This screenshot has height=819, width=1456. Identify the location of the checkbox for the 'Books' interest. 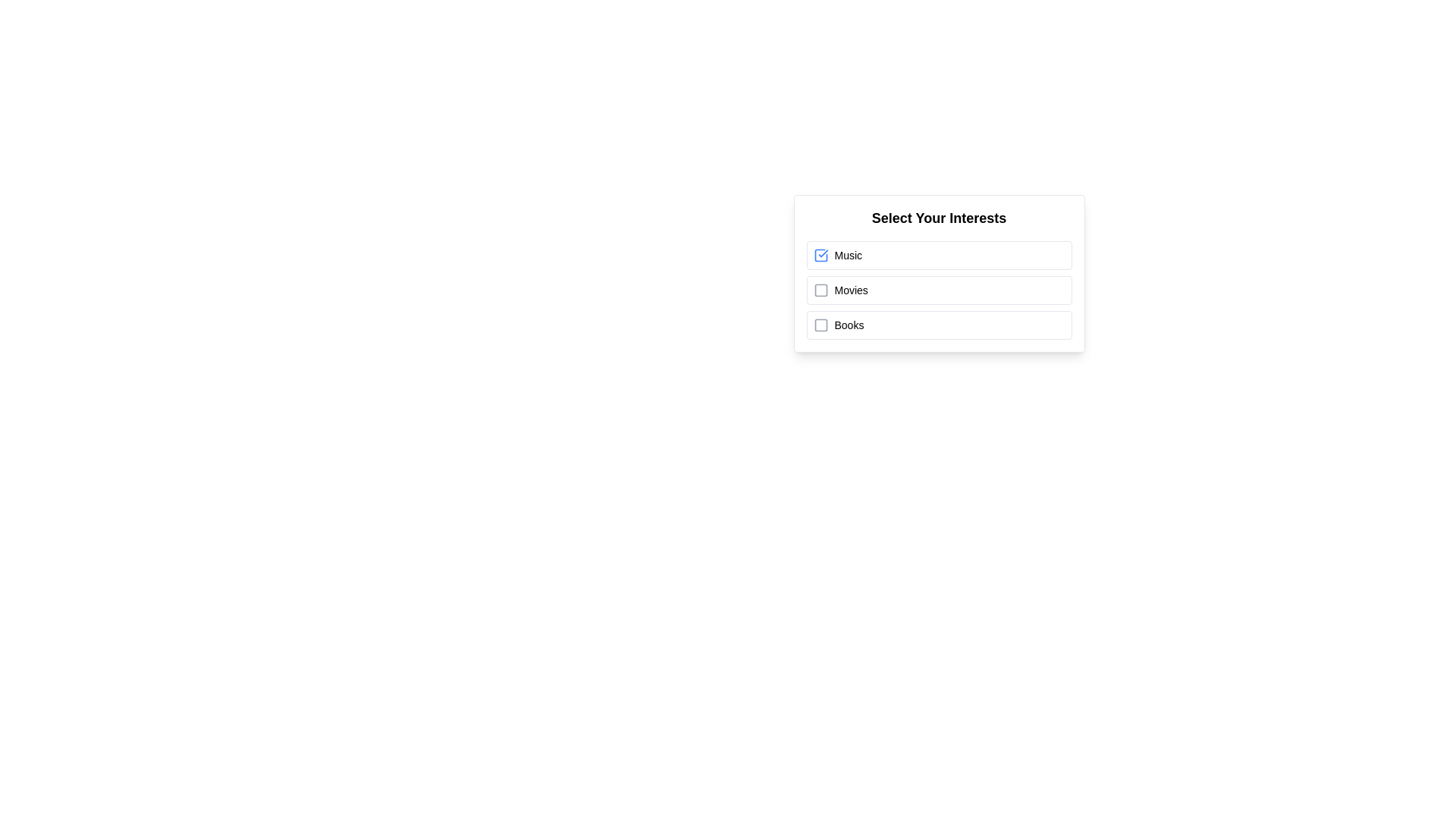
(820, 324).